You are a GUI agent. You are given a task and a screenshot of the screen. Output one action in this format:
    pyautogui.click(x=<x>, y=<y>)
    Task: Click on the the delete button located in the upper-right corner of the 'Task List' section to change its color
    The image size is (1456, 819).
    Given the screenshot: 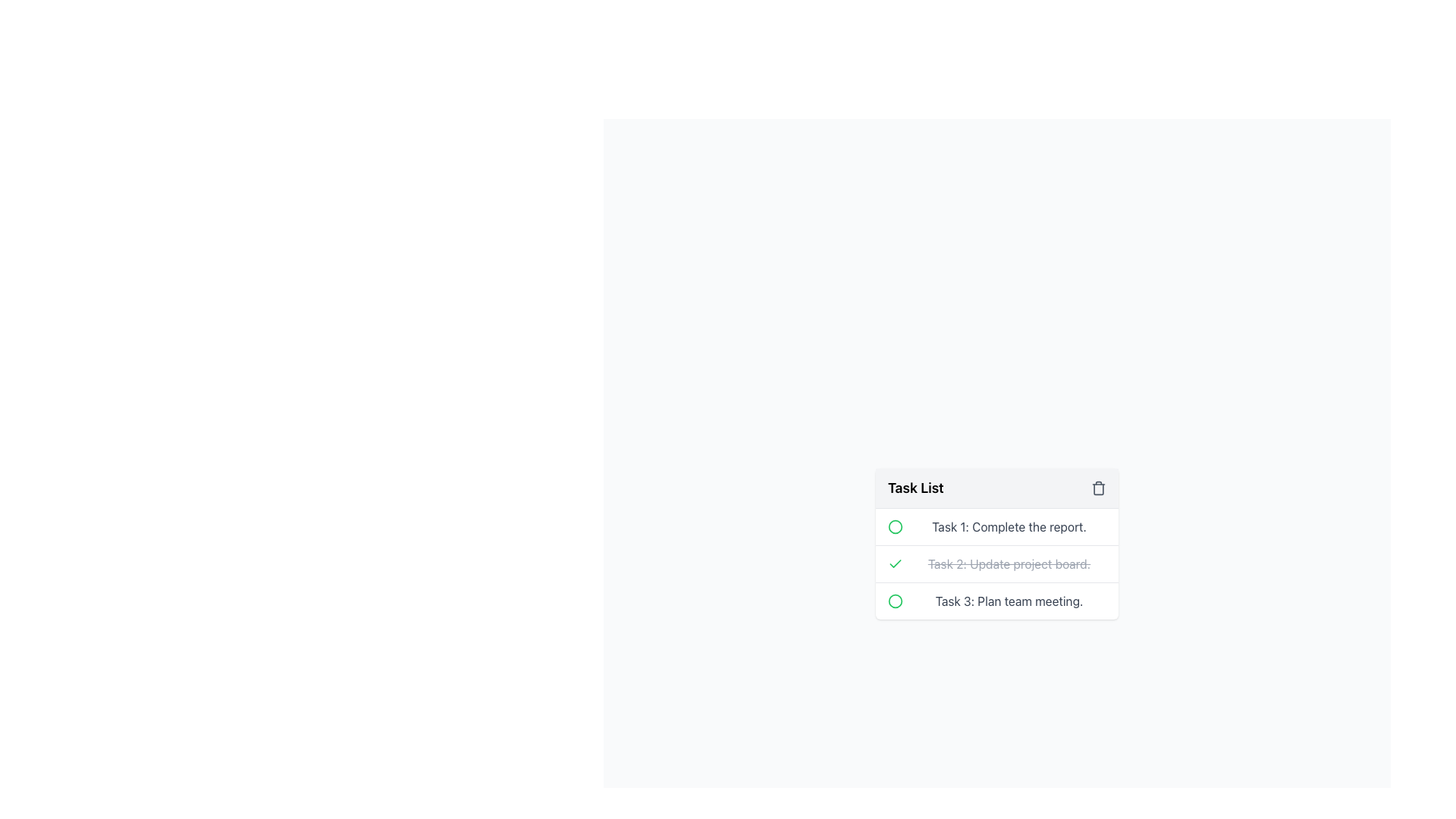 What is the action you would take?
    pyautogui.click(x=1099, y=488)
    